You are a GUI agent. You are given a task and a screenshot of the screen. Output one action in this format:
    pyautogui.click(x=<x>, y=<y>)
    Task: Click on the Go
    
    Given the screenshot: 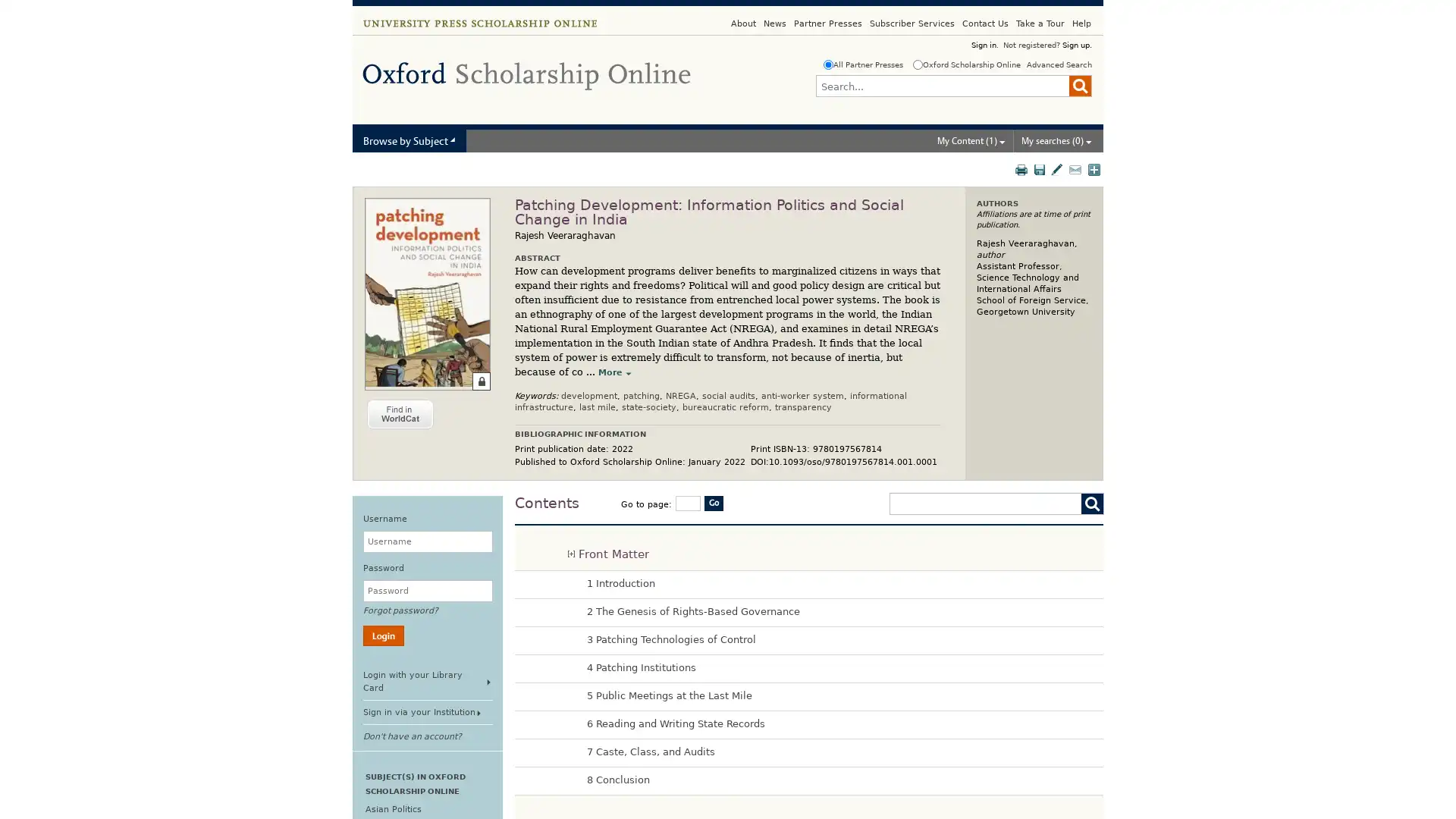 What is the action you would take?
    pyautogui.click(x=713, y=503)
    